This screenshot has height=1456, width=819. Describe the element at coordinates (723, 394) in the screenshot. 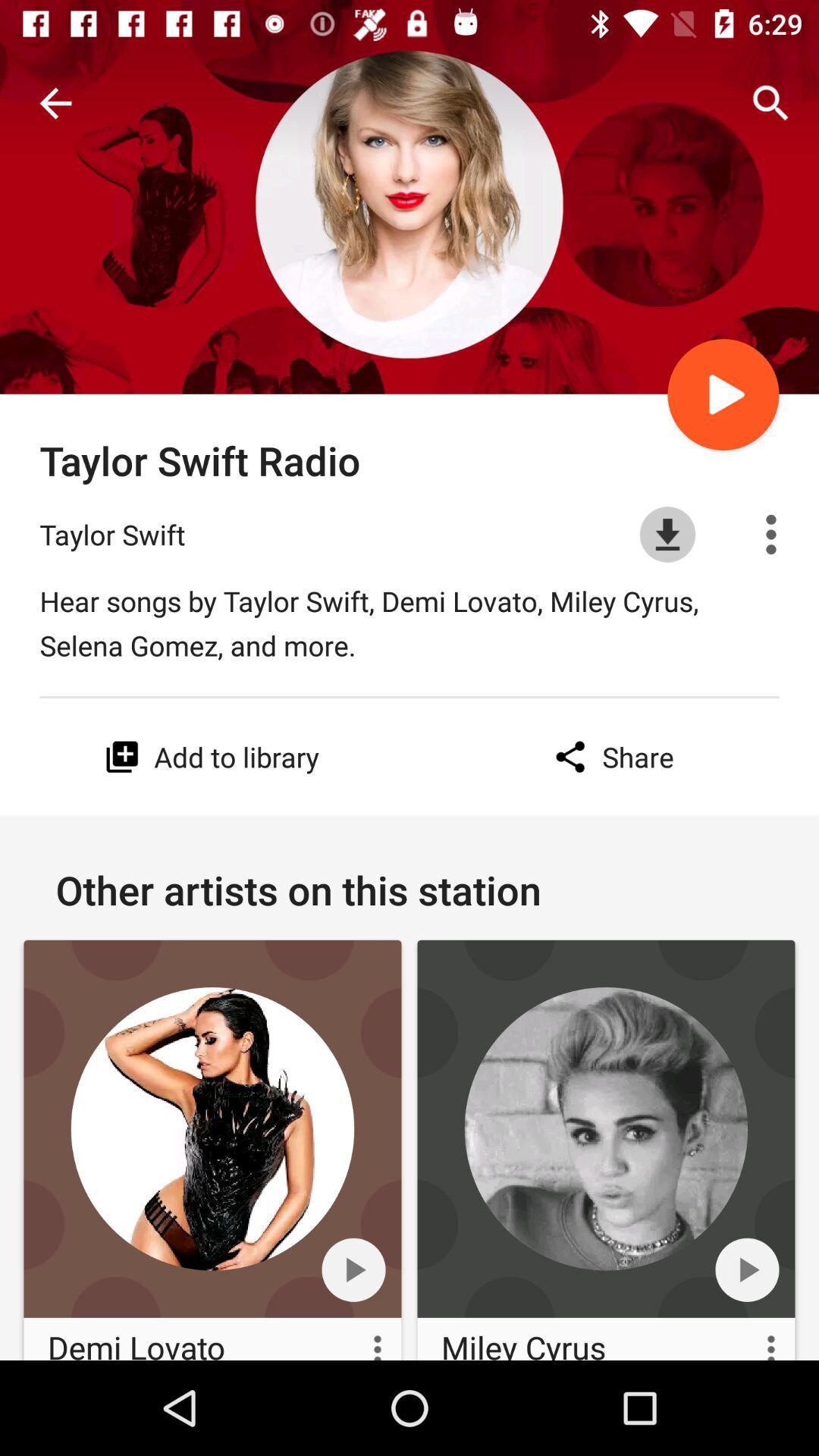

I see `play icon above download icon` at that location.